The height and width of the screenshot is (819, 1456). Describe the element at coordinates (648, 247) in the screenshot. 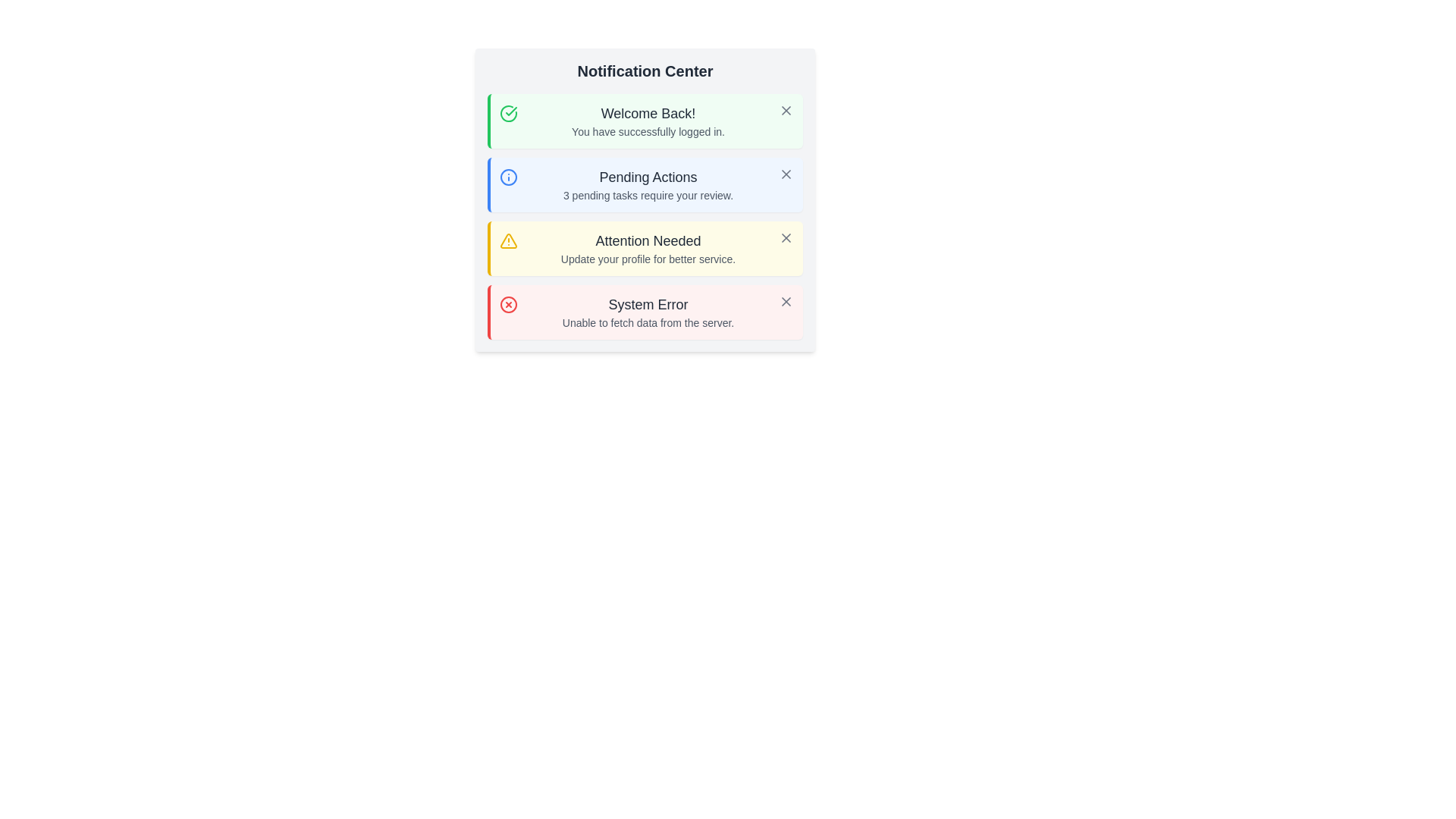

I see `the third notification item in the Notification Center that states 'Attention Needed' and prompts to 'Update your profile for better service.'` at that location.